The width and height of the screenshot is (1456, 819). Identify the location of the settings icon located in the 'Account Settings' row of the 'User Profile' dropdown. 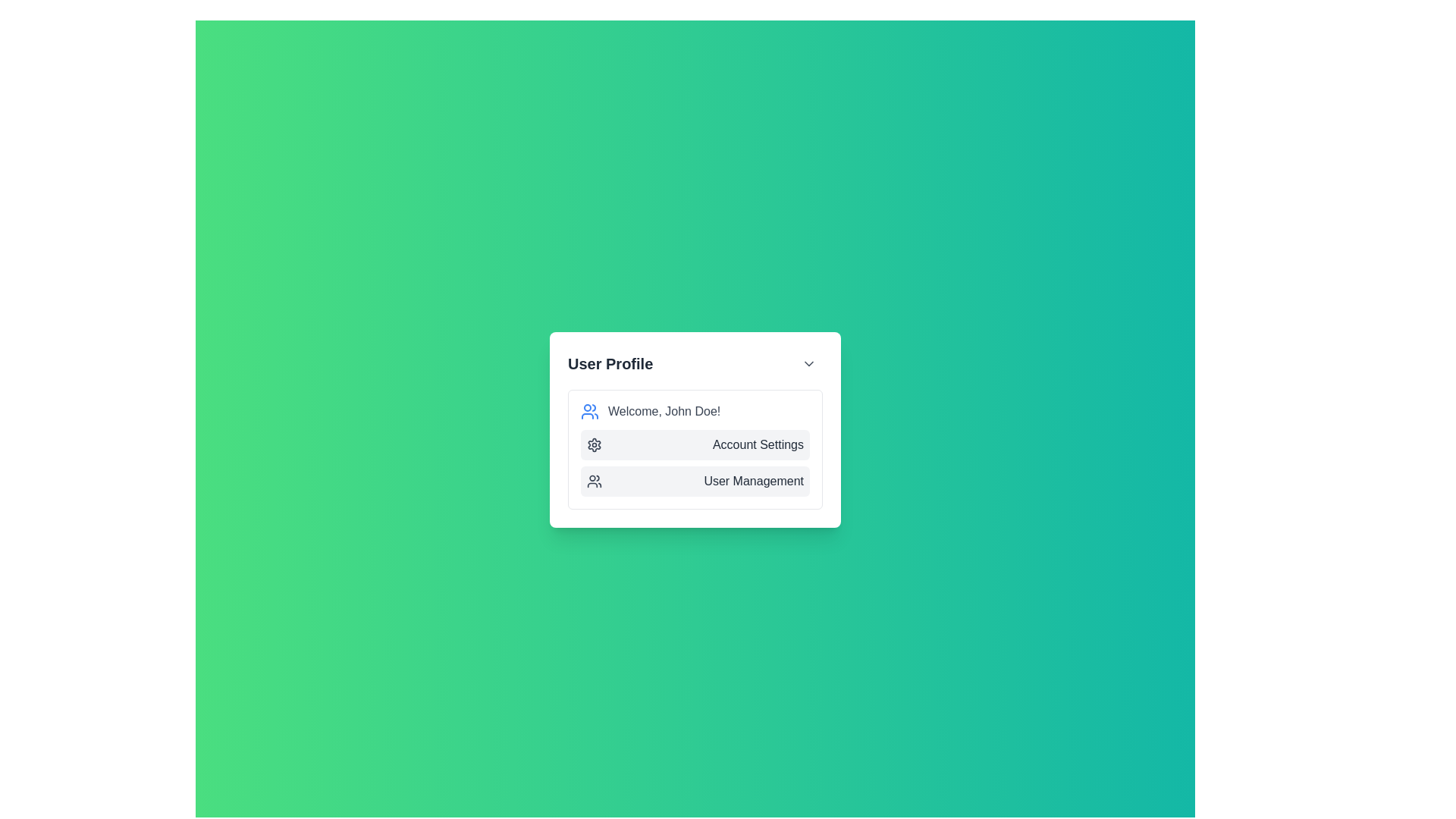
(593, 444).